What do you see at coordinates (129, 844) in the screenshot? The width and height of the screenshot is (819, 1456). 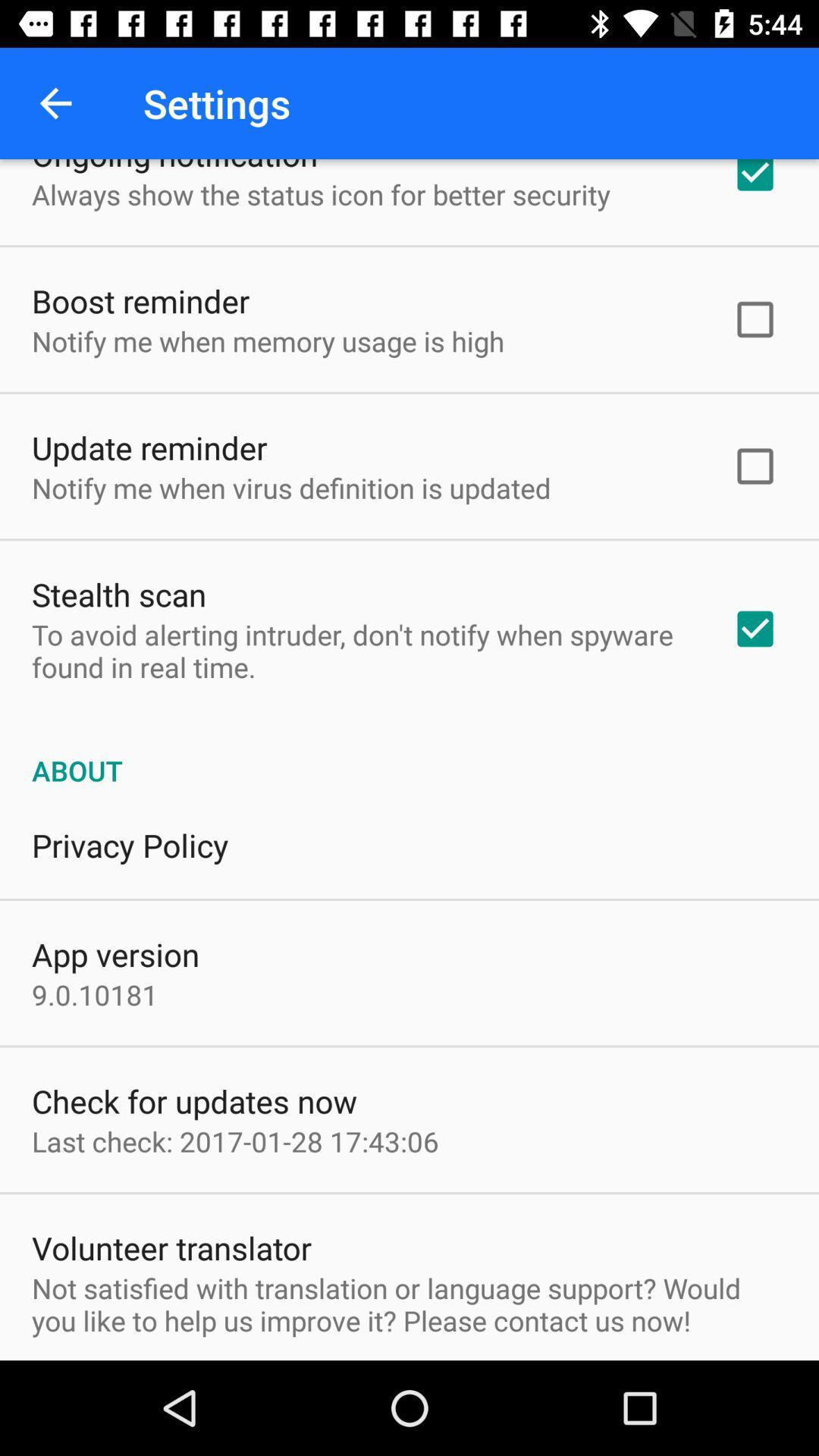 I see `item below the about` at bounding box center [129, 844].